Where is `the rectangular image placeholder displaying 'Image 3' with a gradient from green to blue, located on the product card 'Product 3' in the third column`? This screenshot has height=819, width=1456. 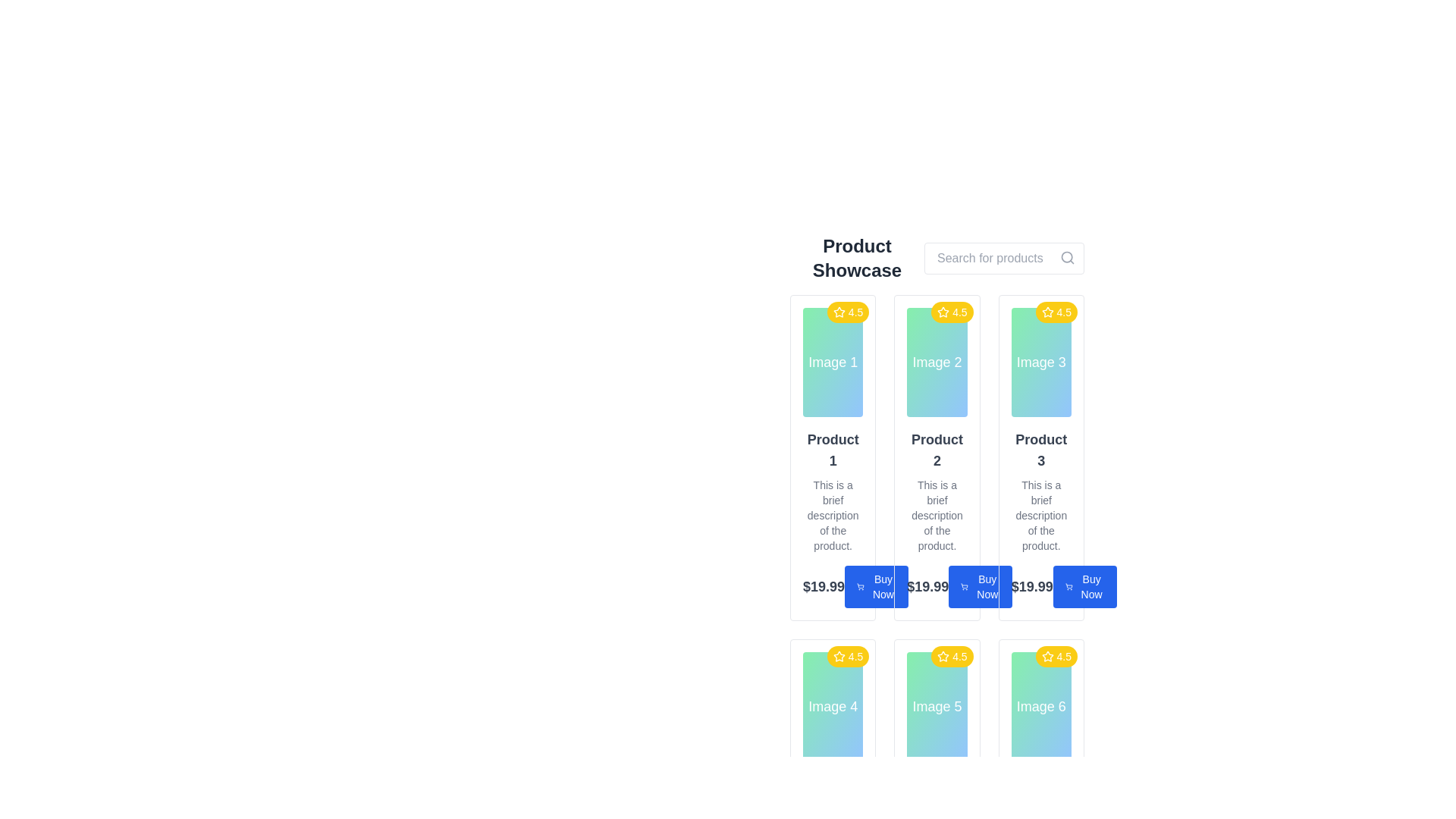
the rectangular image placeholder displaying 'Image 3' with a gradient from green to blue, located on the product card 'Product 3' in the third column is located at coordinates (1040, 362).